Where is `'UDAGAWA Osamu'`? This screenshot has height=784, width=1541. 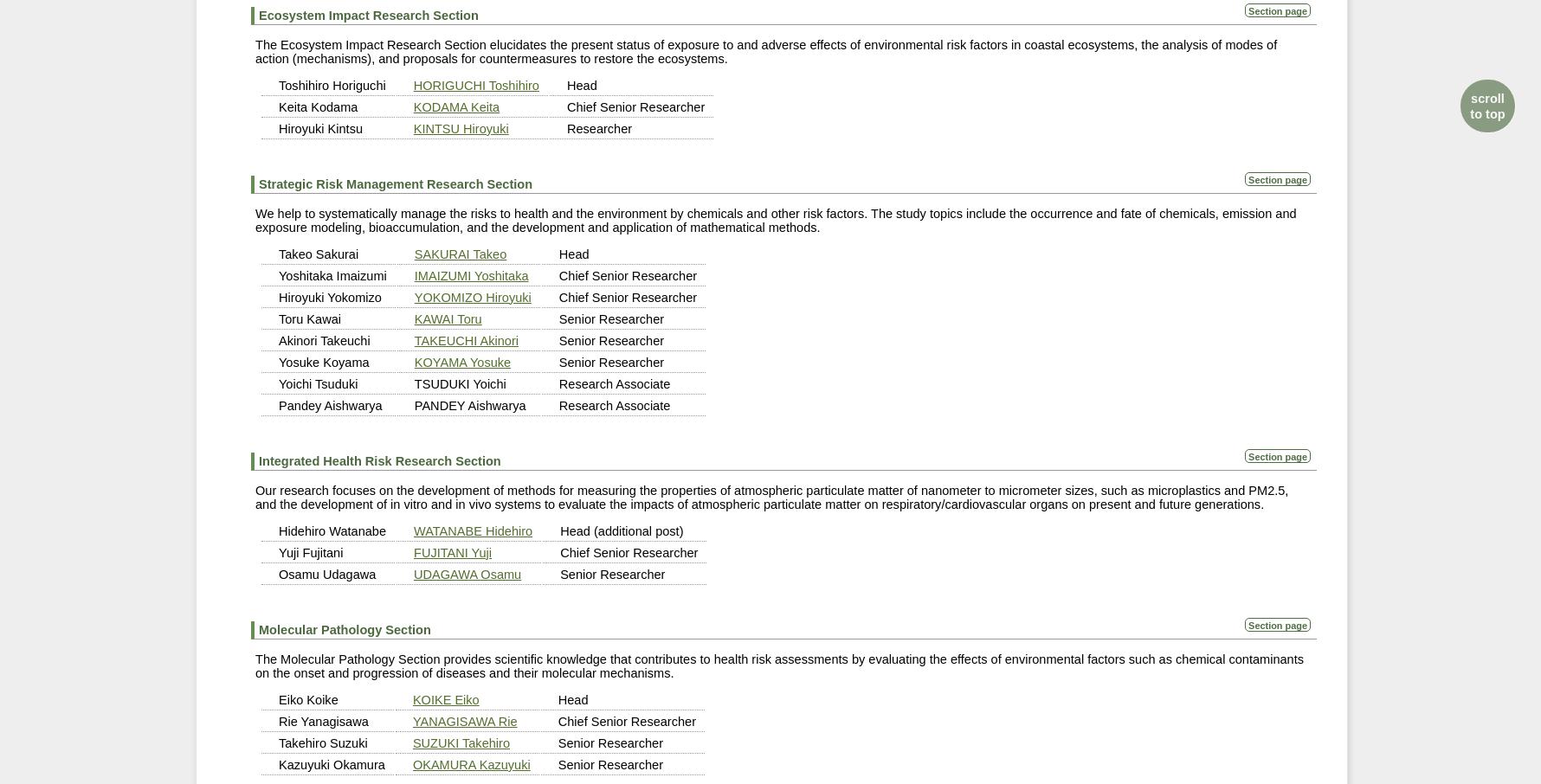
'UDAGAWA Osamu' is located at coordinates (467, 573).